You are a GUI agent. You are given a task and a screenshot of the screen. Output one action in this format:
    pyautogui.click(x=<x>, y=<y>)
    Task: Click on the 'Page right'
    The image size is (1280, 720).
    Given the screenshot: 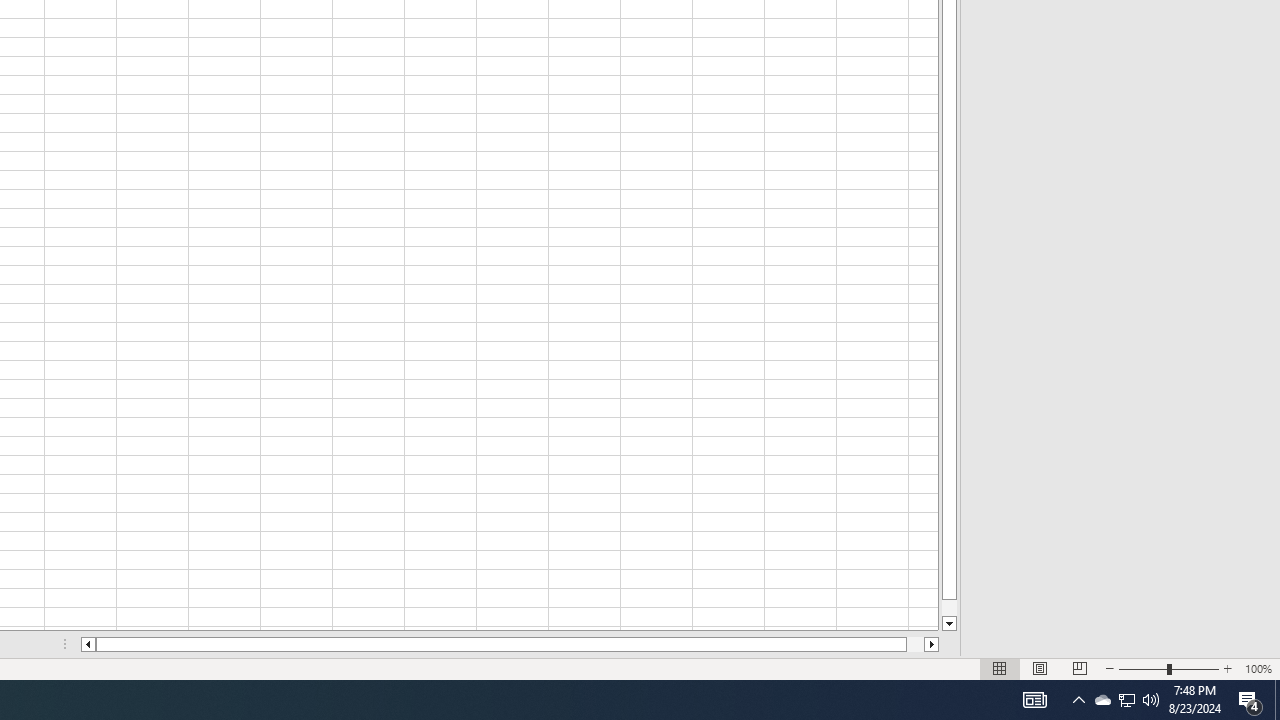 What is the action you would take?
    pyautogui.click(x=914, y=644)
    